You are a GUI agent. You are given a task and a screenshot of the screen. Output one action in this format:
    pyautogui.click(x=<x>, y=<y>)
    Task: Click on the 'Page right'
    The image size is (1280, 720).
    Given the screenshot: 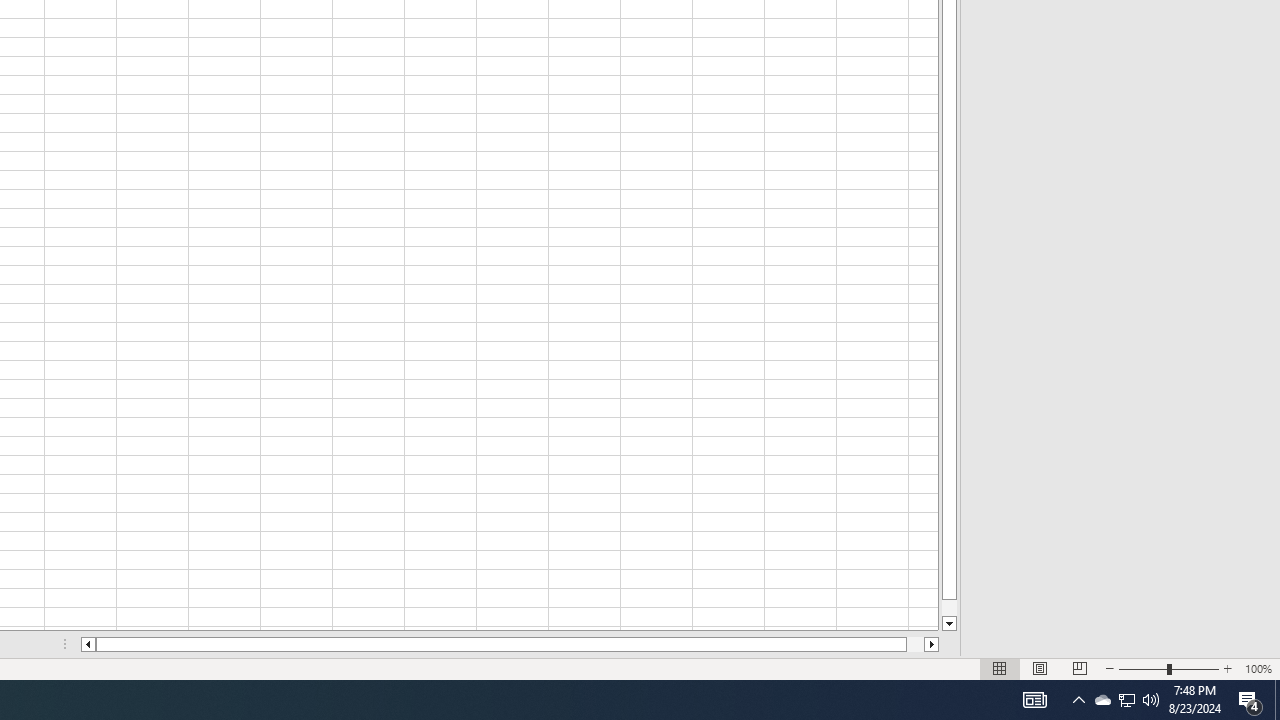 What is the action you would take?
    pyautogui.click(x=914, y=644)
    